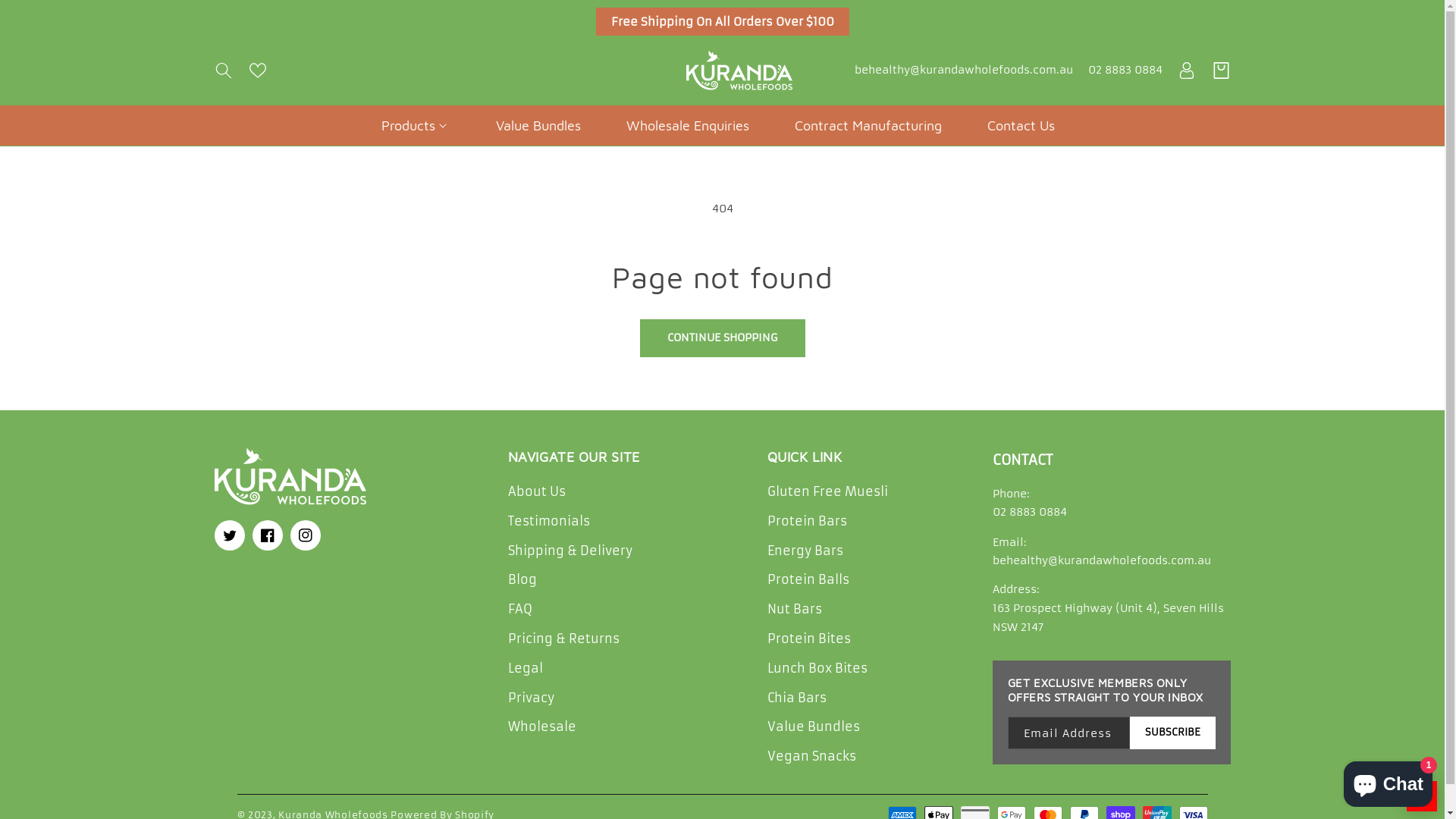  What do you see at coordinates (1221, 70) in the screenshot?
I see `'Cart'` at bounding box center [1221, 70].